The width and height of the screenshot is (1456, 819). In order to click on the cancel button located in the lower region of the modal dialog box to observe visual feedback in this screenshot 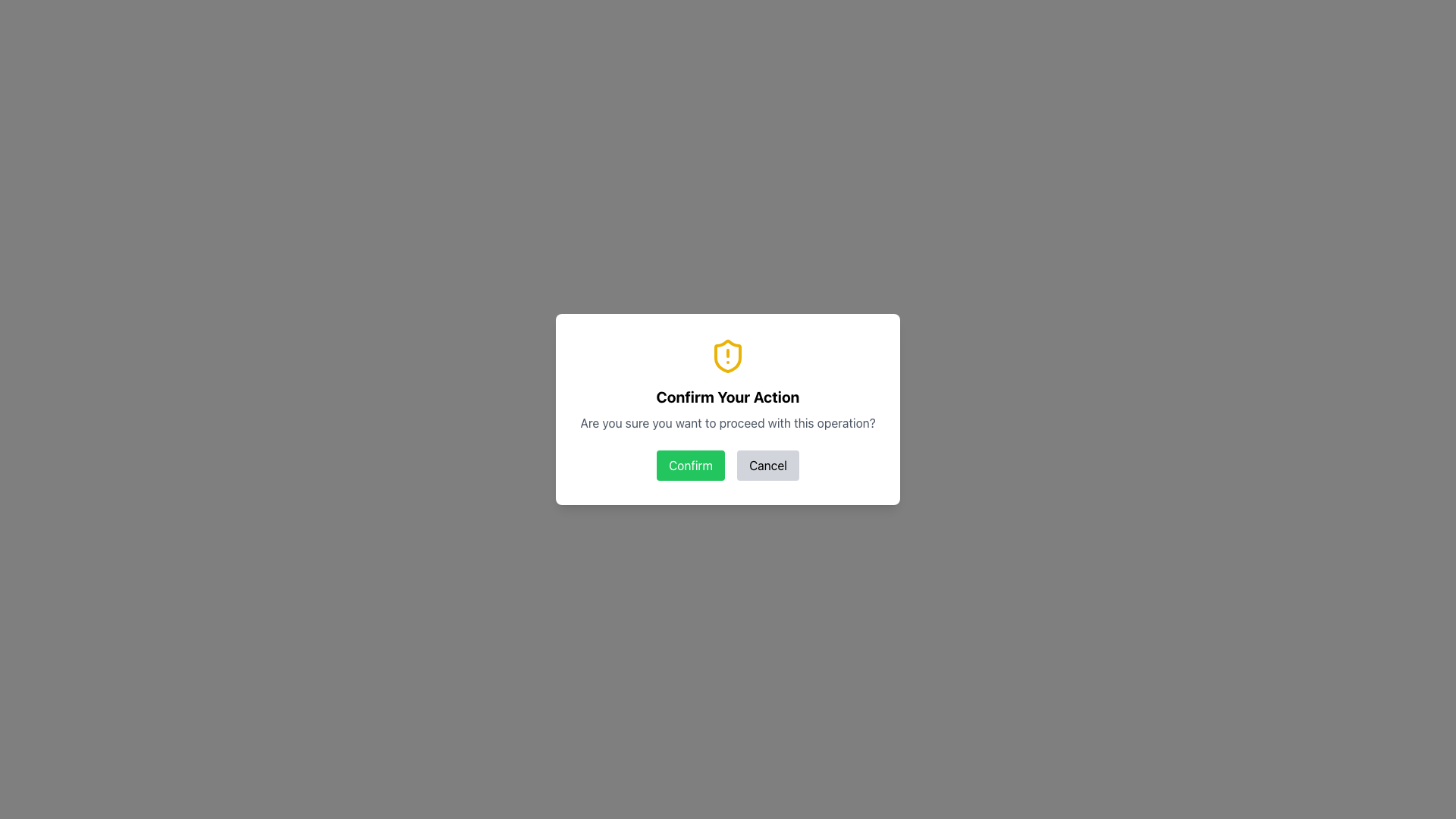, I will do `click(767, 464)`.